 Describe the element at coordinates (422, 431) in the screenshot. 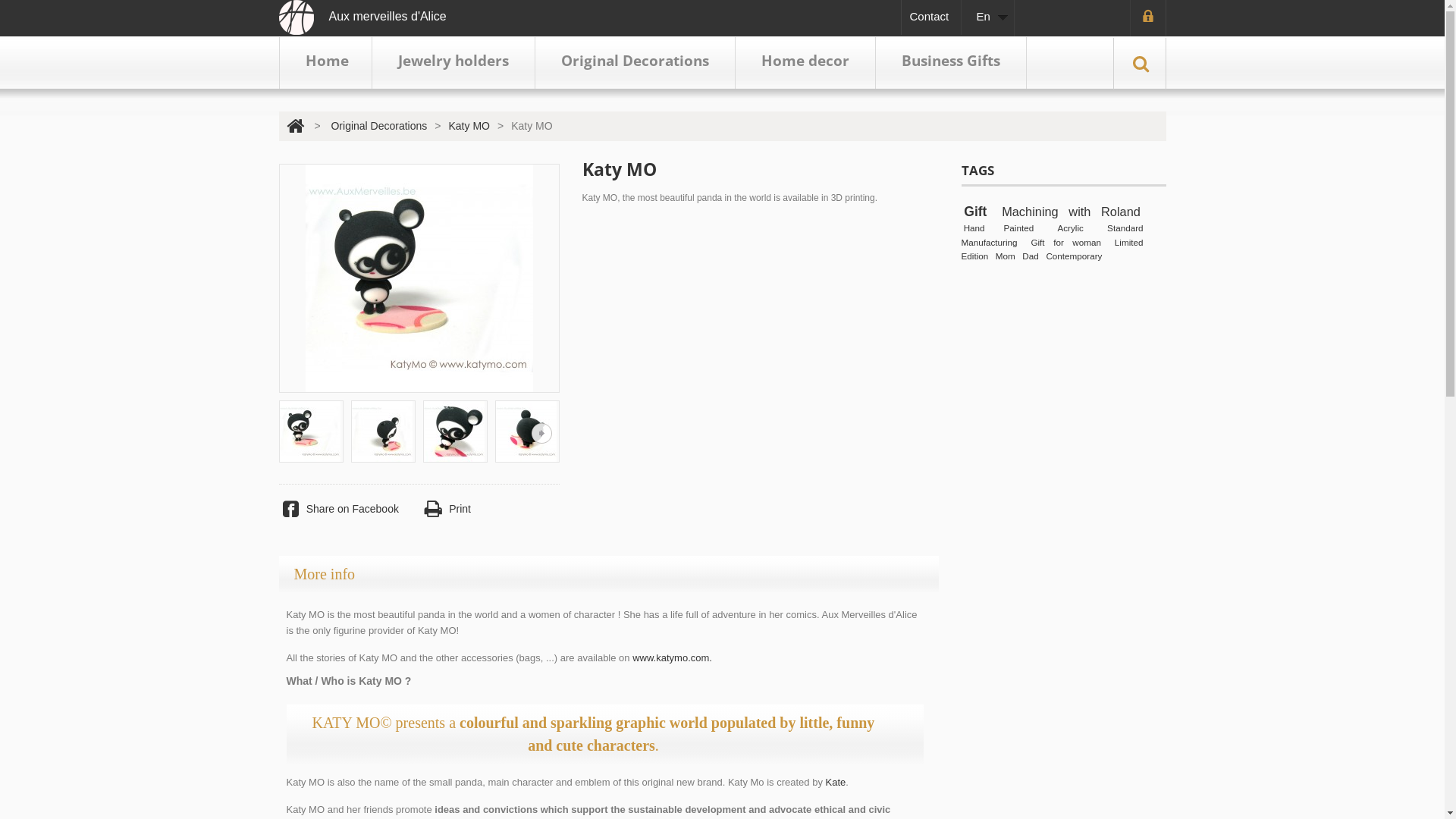

I see `'Katy MO: Katy MO / Original Decorations'` at that location.